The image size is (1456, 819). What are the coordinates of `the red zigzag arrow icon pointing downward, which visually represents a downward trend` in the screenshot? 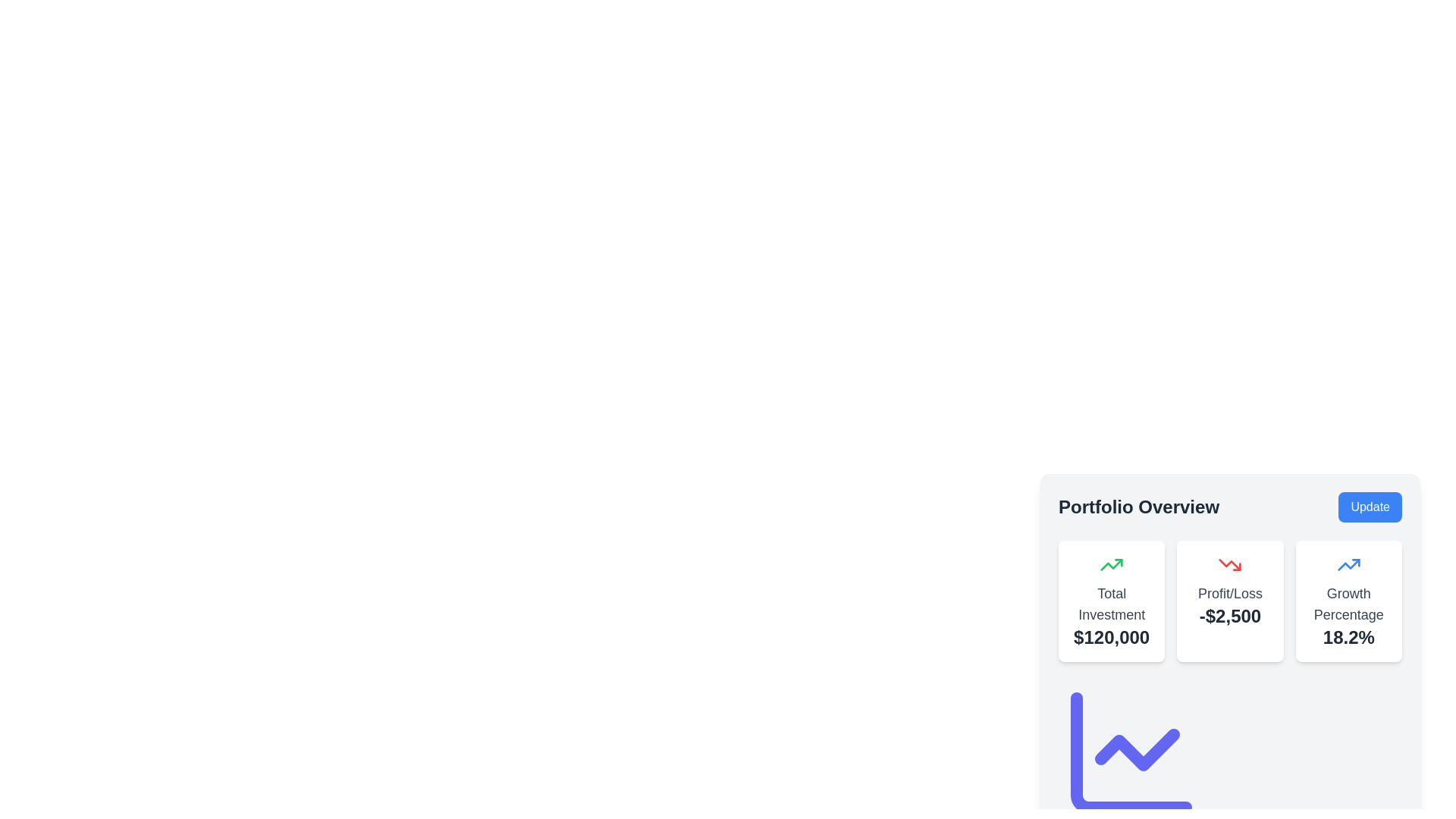 It's located at (1230, 564).